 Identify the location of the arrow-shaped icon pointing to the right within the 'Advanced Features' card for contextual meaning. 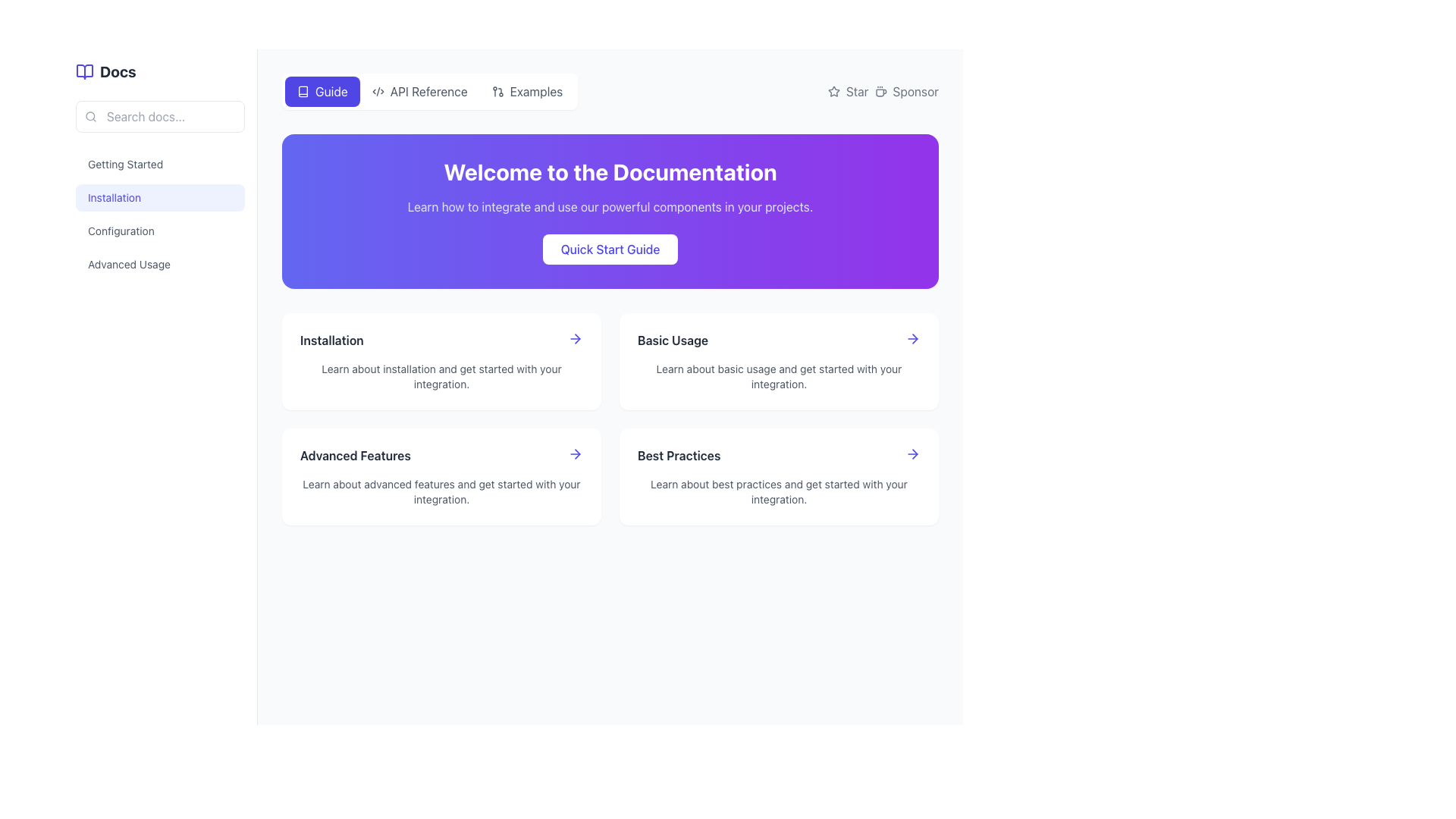
(576, 453).